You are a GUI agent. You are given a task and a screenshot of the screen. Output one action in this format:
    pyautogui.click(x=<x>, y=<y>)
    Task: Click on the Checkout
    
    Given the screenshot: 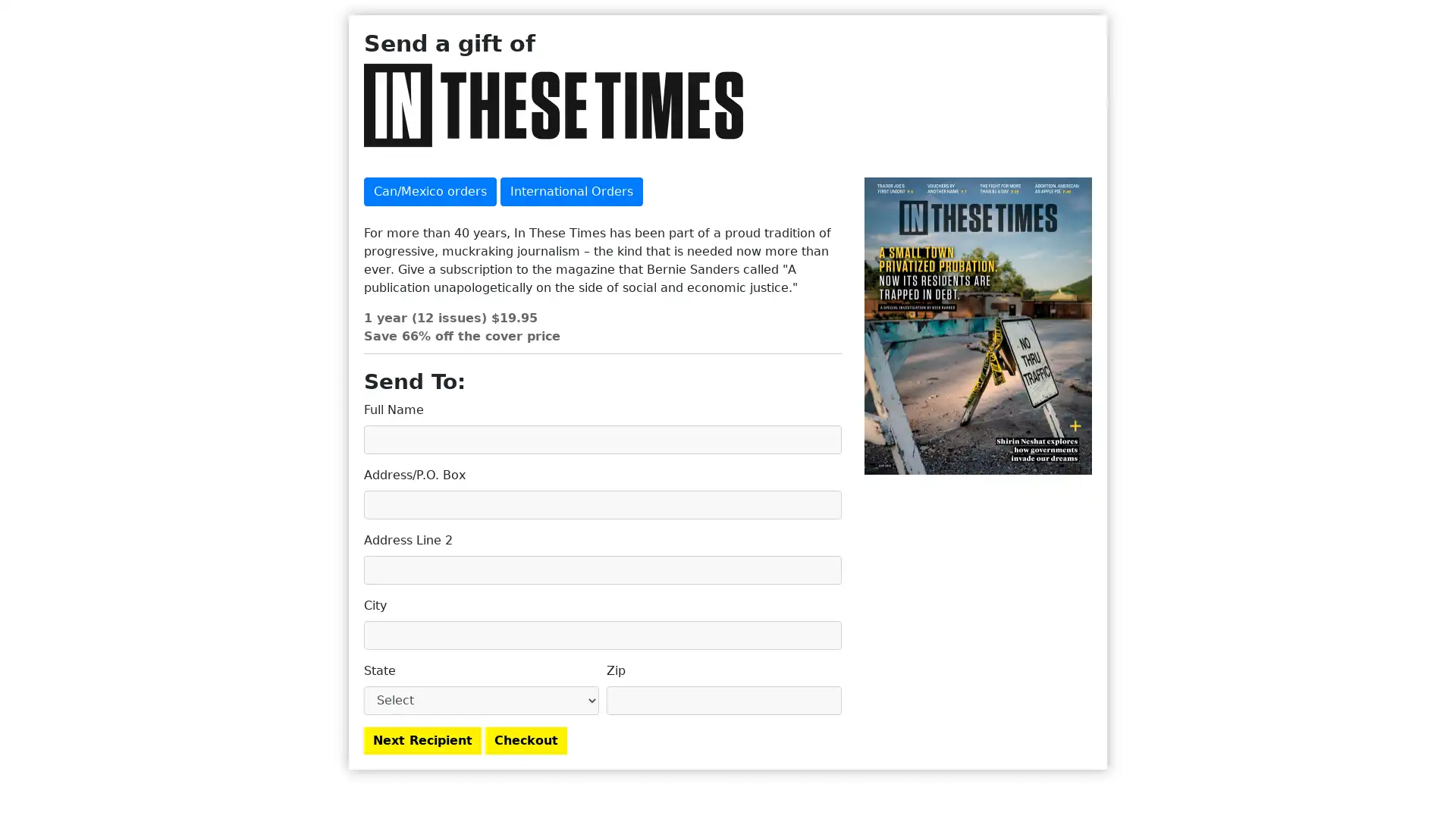 What is the action you would take?
    pyautogui.click(x=526, y=739)
    